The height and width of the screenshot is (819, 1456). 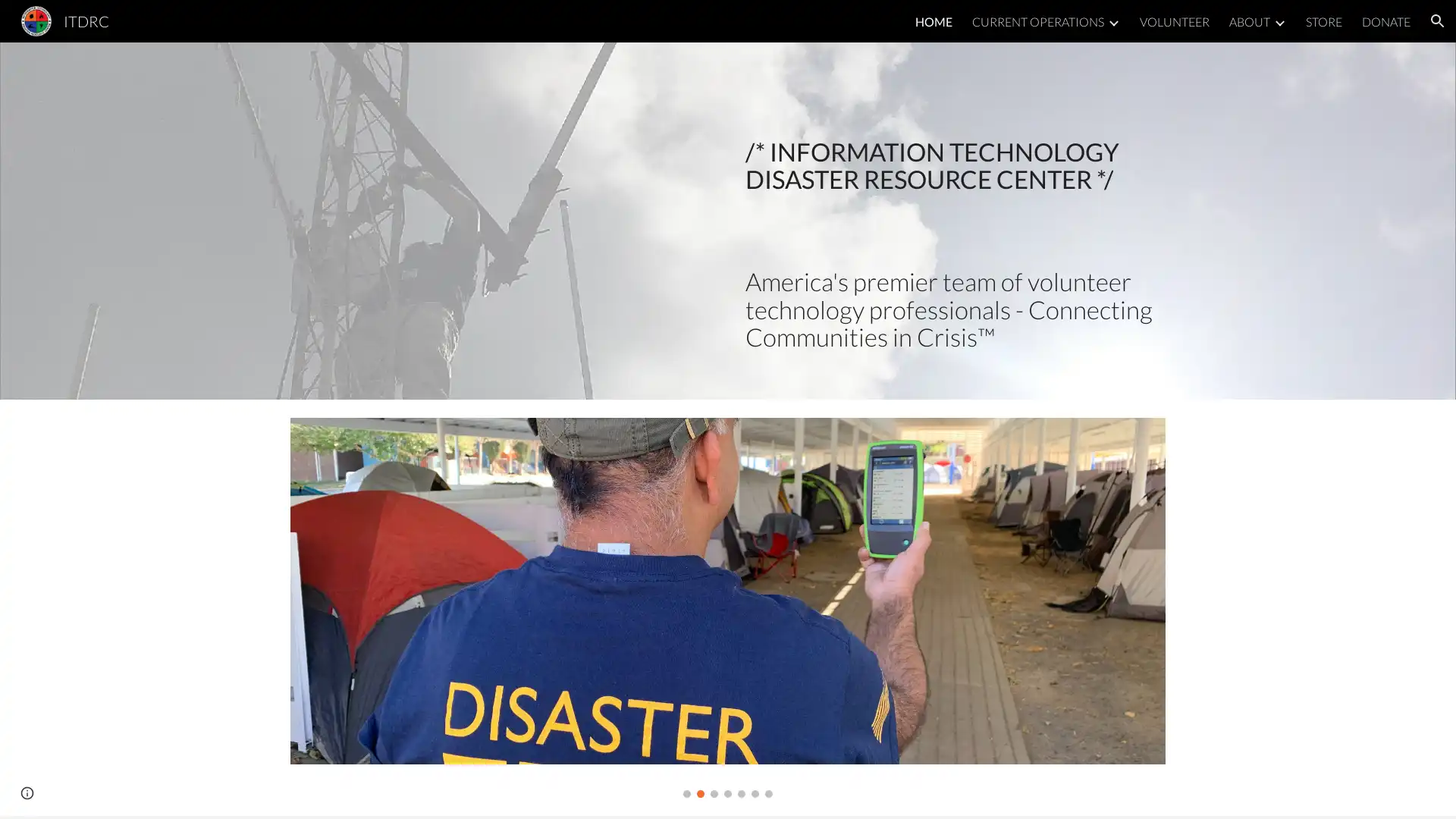 What do you see at coordinates (864, 28) in the screenshot?
I see `Skip to navigation` at bounding box center [864, 28].